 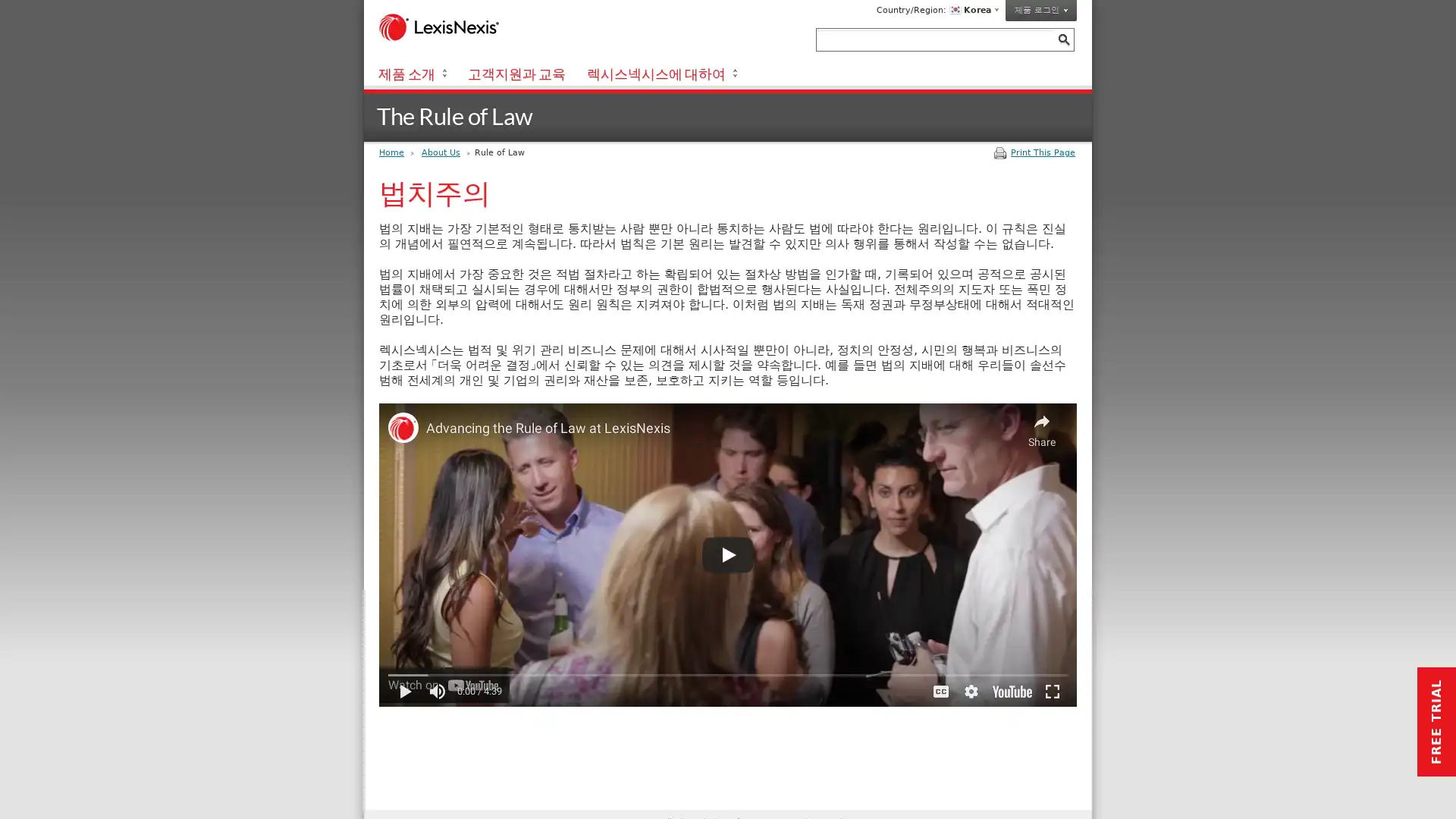 I want to click on Search, so click(x=1062, y=39).